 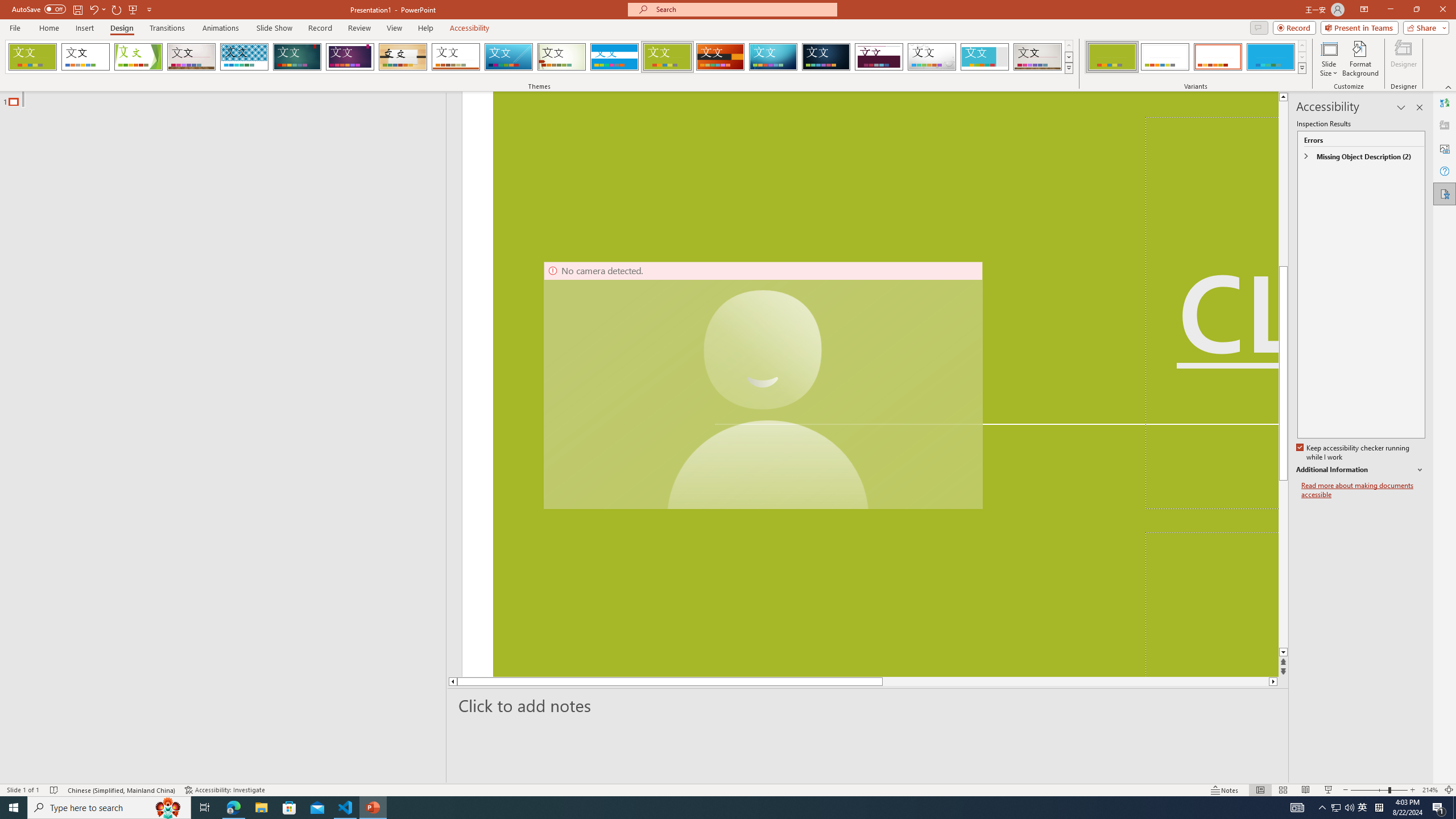 What do you see at coordinates (1038, 56) in the screenshot?
I see `'Gallery'` at bounding box center [1038, 56].